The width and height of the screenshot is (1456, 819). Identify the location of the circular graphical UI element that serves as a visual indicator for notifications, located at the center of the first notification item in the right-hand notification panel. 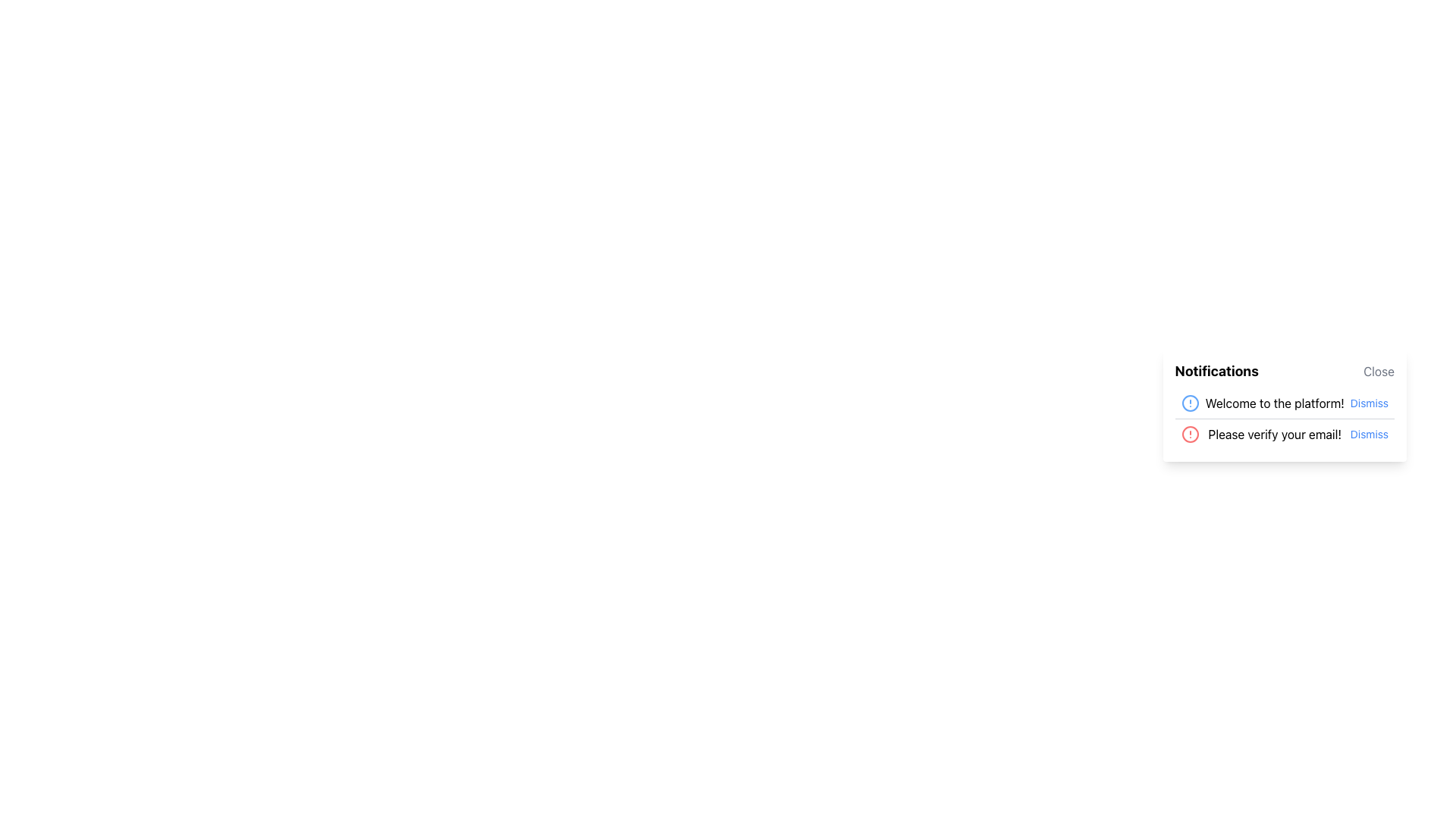
(1189, 403).